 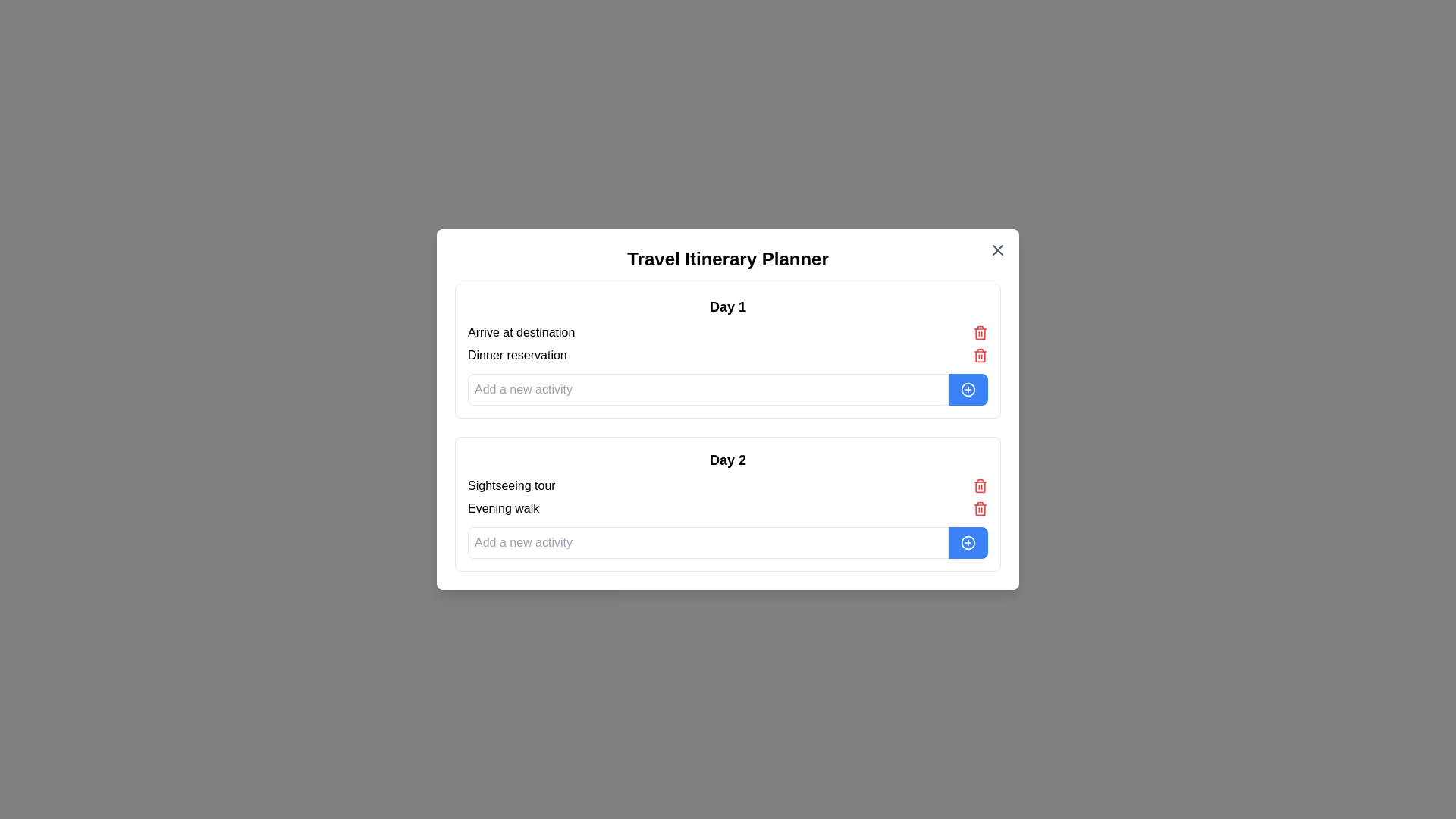 What do you see at coordinates (967, 542) in the screenshot?
I see `the circular blue button with a plus sign, located beside the input field labeled 'Add a new activity' under 'Day 2'` at bounding box center [967, 542].